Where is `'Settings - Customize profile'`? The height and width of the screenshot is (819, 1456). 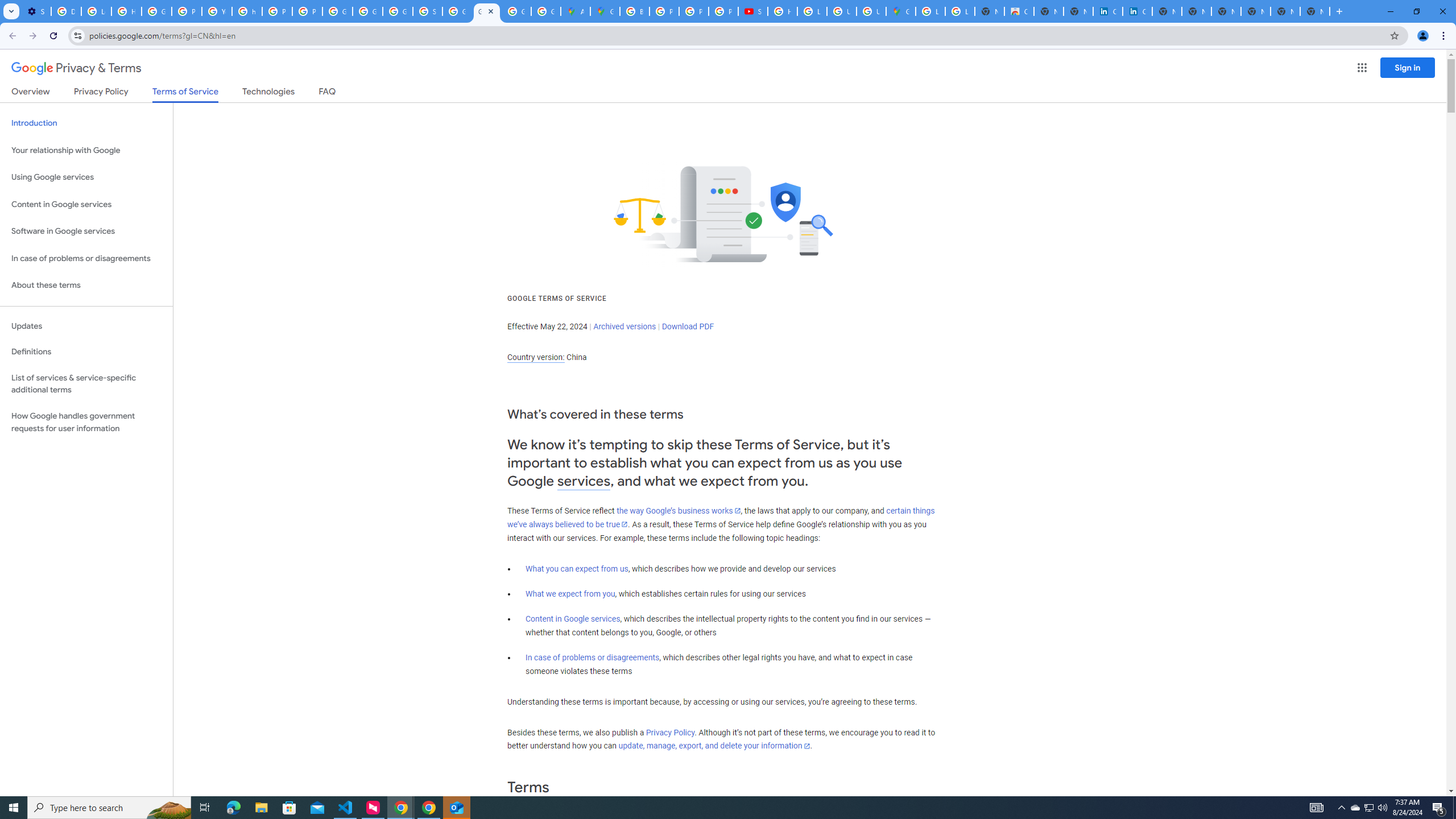
'Settings - Customize profile' is located at coordinates (36, 11).